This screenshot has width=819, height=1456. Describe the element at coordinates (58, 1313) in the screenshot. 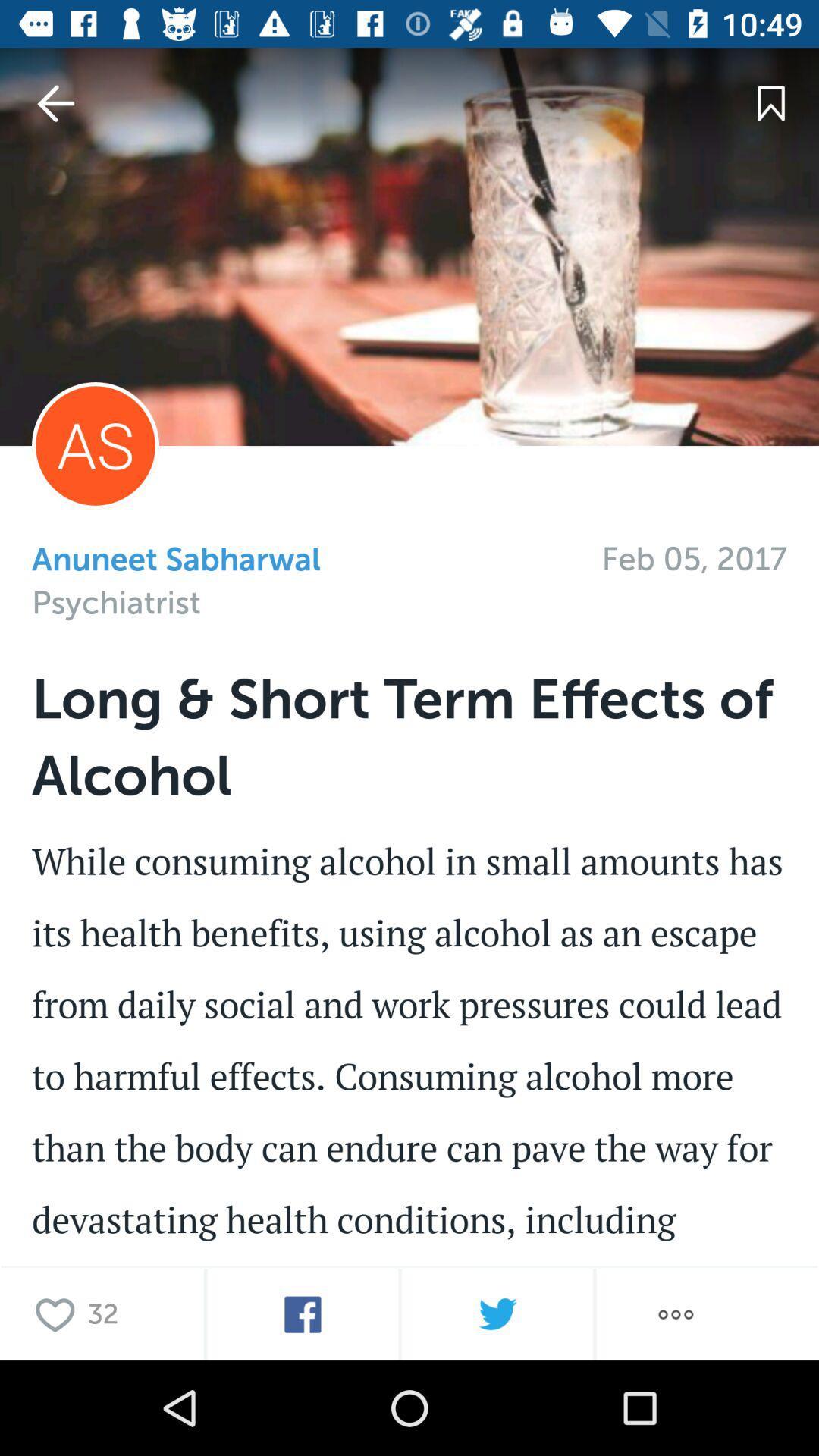

I see `the favorite icon` at that location.